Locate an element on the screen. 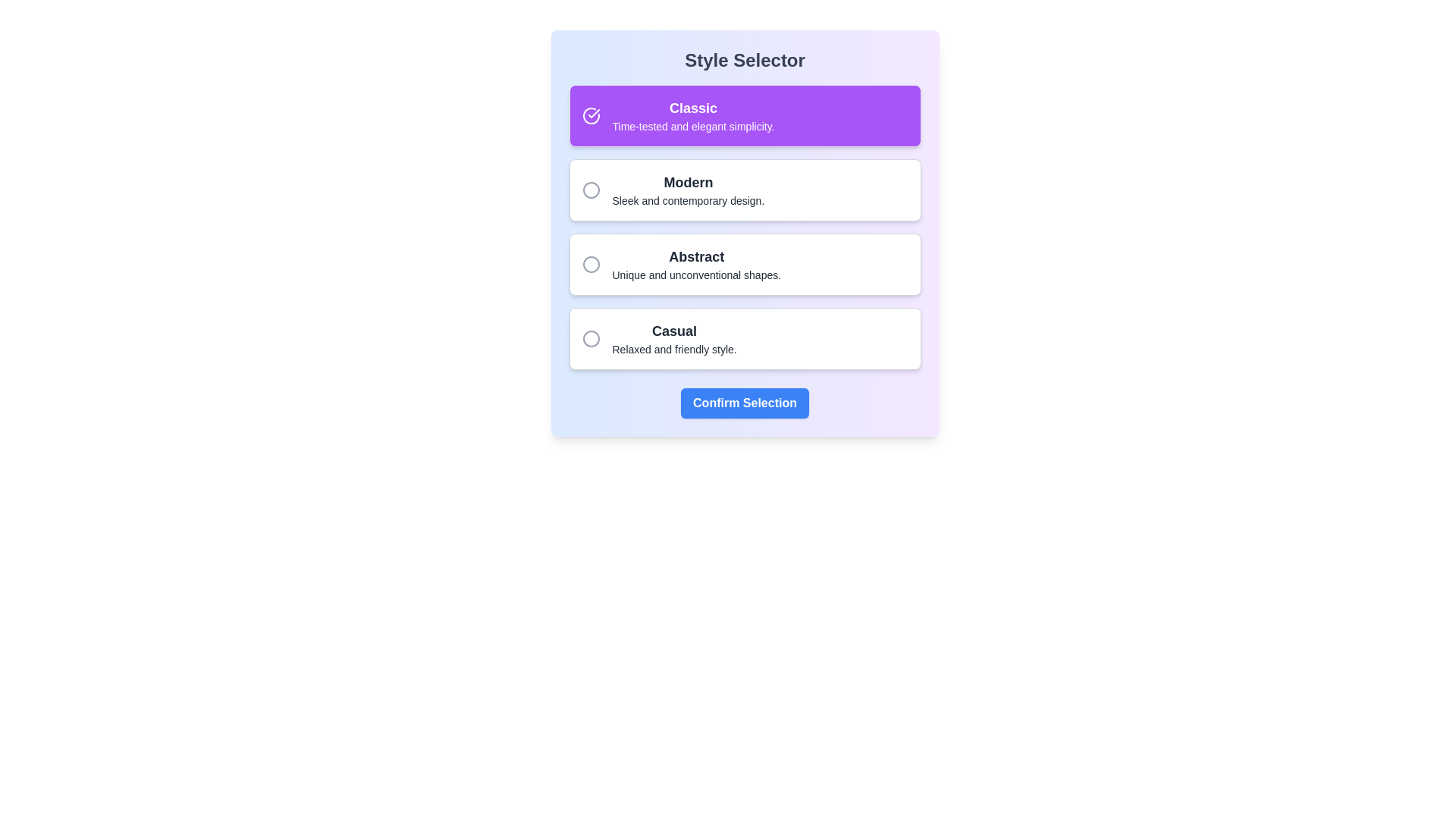  the 'Casual' text label, which is displayed in bold and larger font above the description 'Relaxed and friendly style.' in the fourth selectable option of a vertically arranged list is located at coordinates (673, 330).